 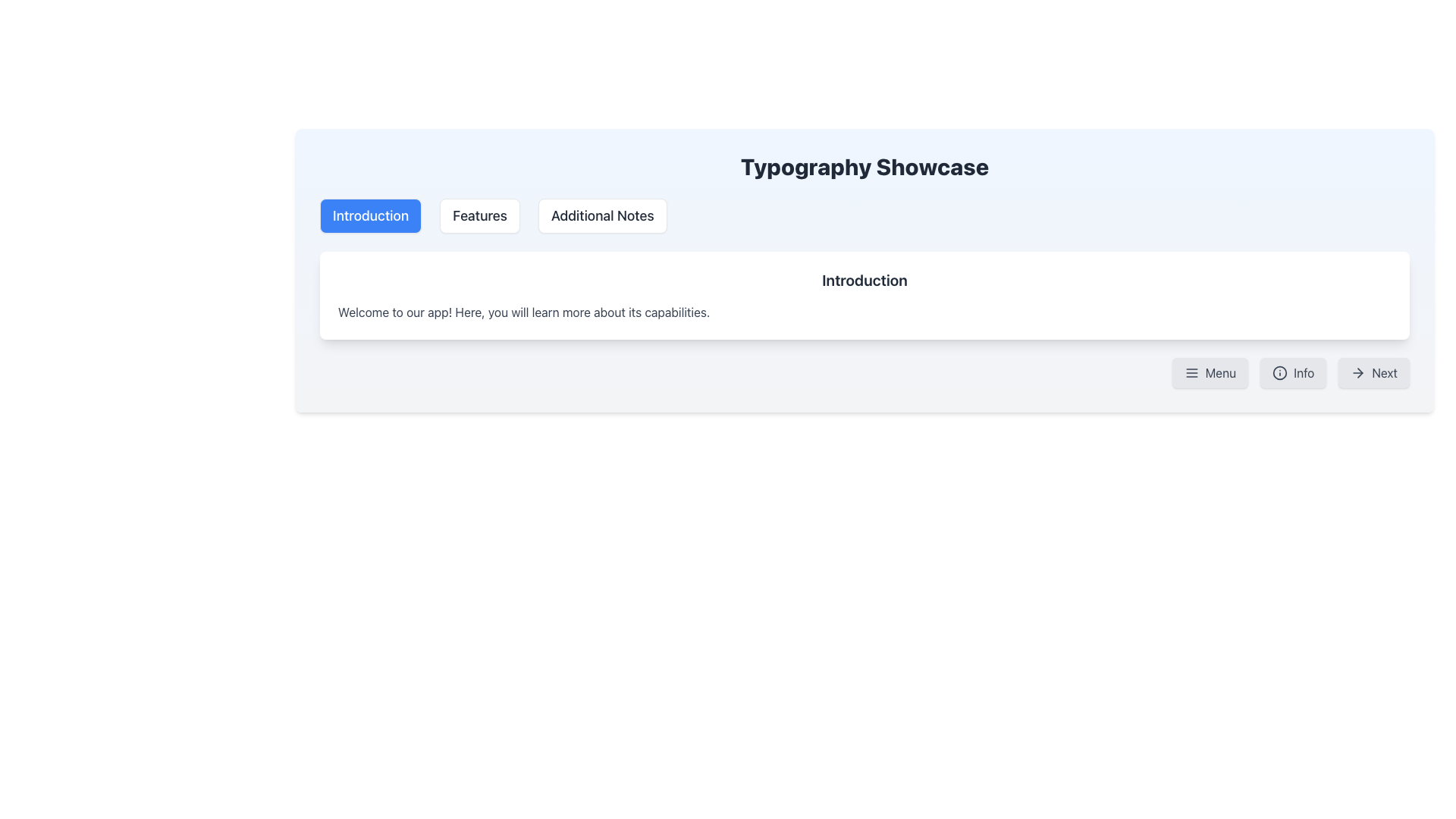 What do you see at coordinates (1358, 373) in the screenshot?
I see `the right-pointing arrow icon within the 'Next' navigation button during accessibility navigation` at bounding box center [1358, 373].